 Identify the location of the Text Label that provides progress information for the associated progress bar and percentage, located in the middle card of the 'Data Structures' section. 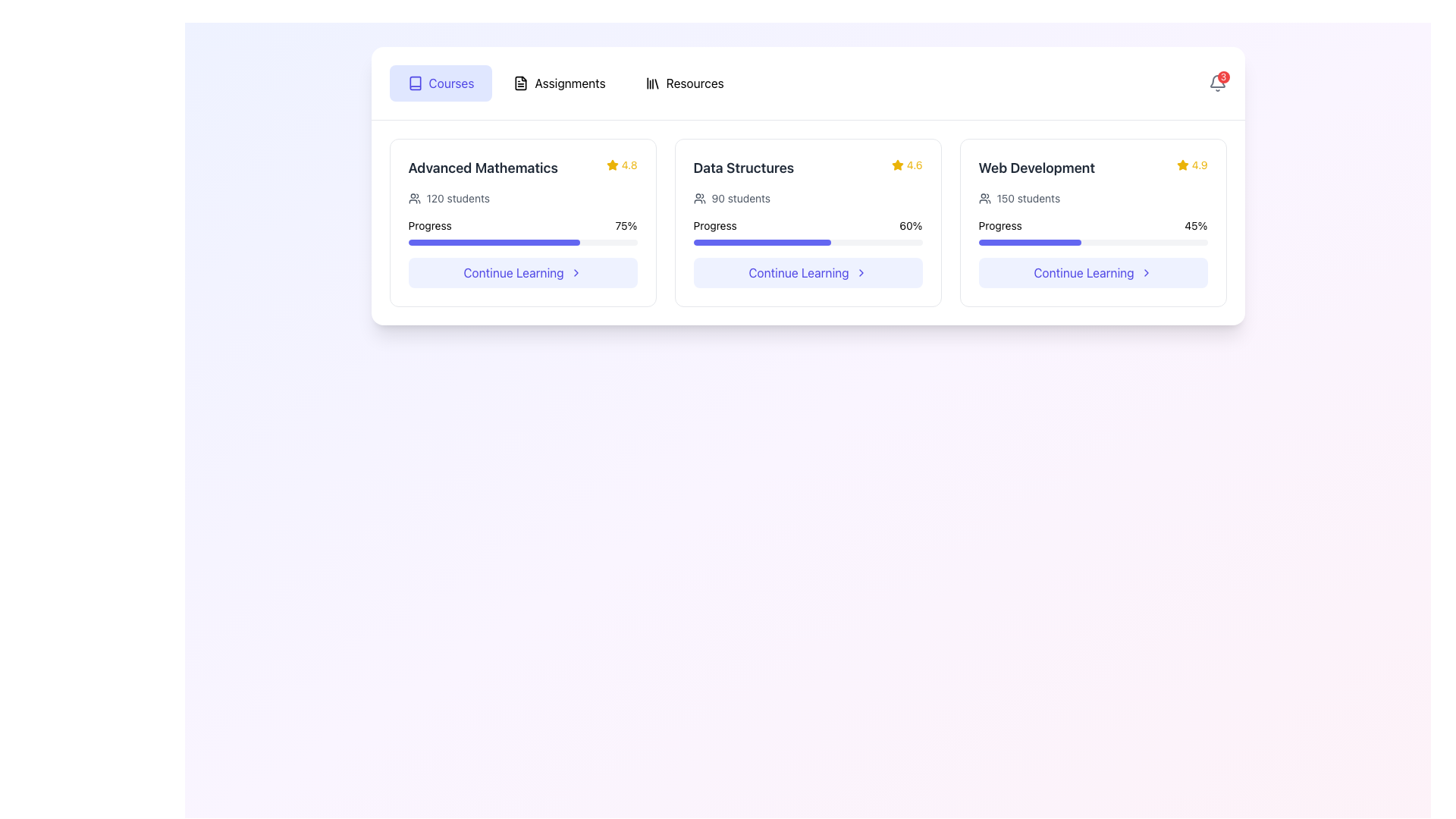
(714, 225).